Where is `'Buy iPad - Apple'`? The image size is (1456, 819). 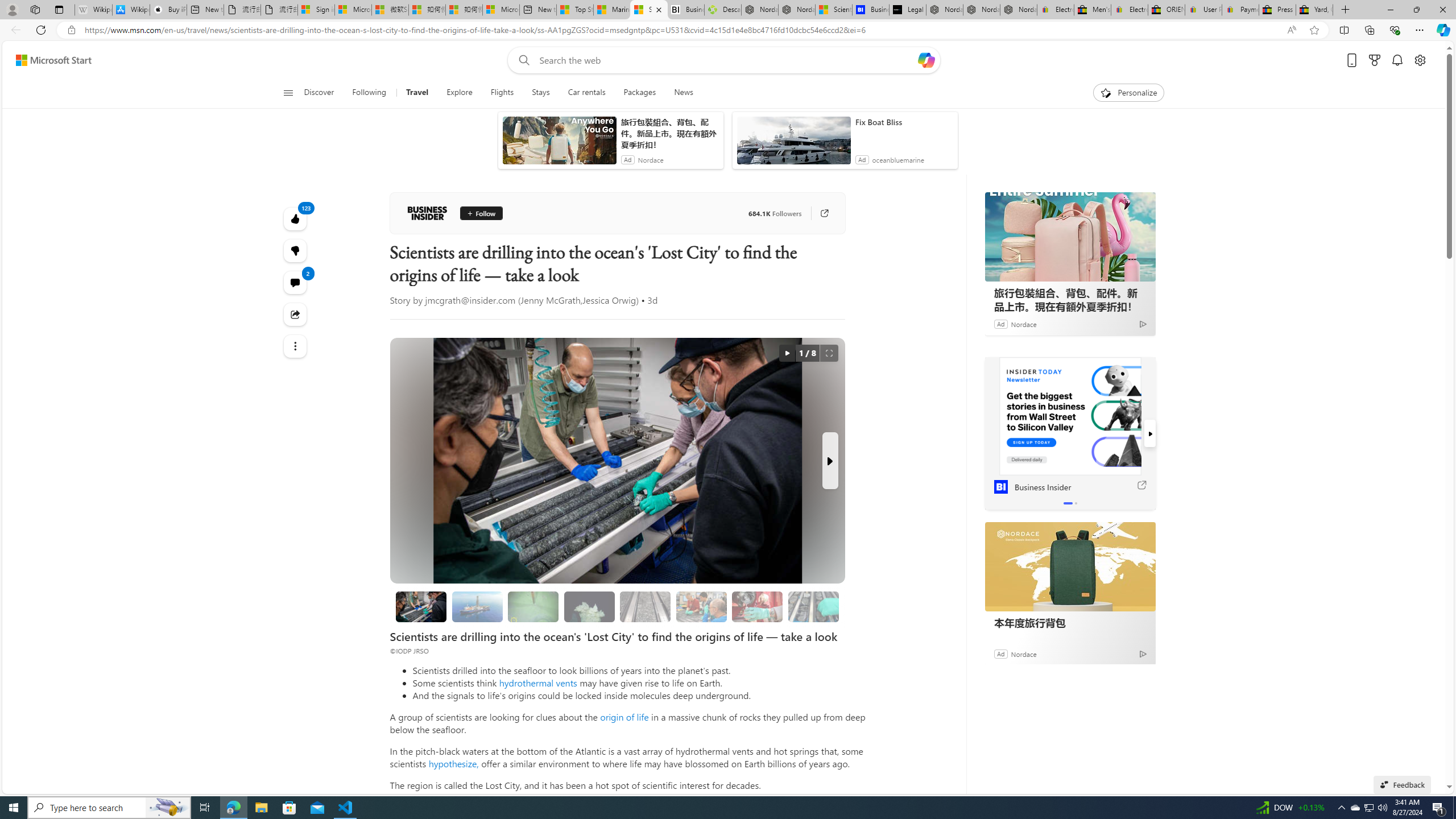
'Buy iPad - Apple' is located at coordinates (168, 9).